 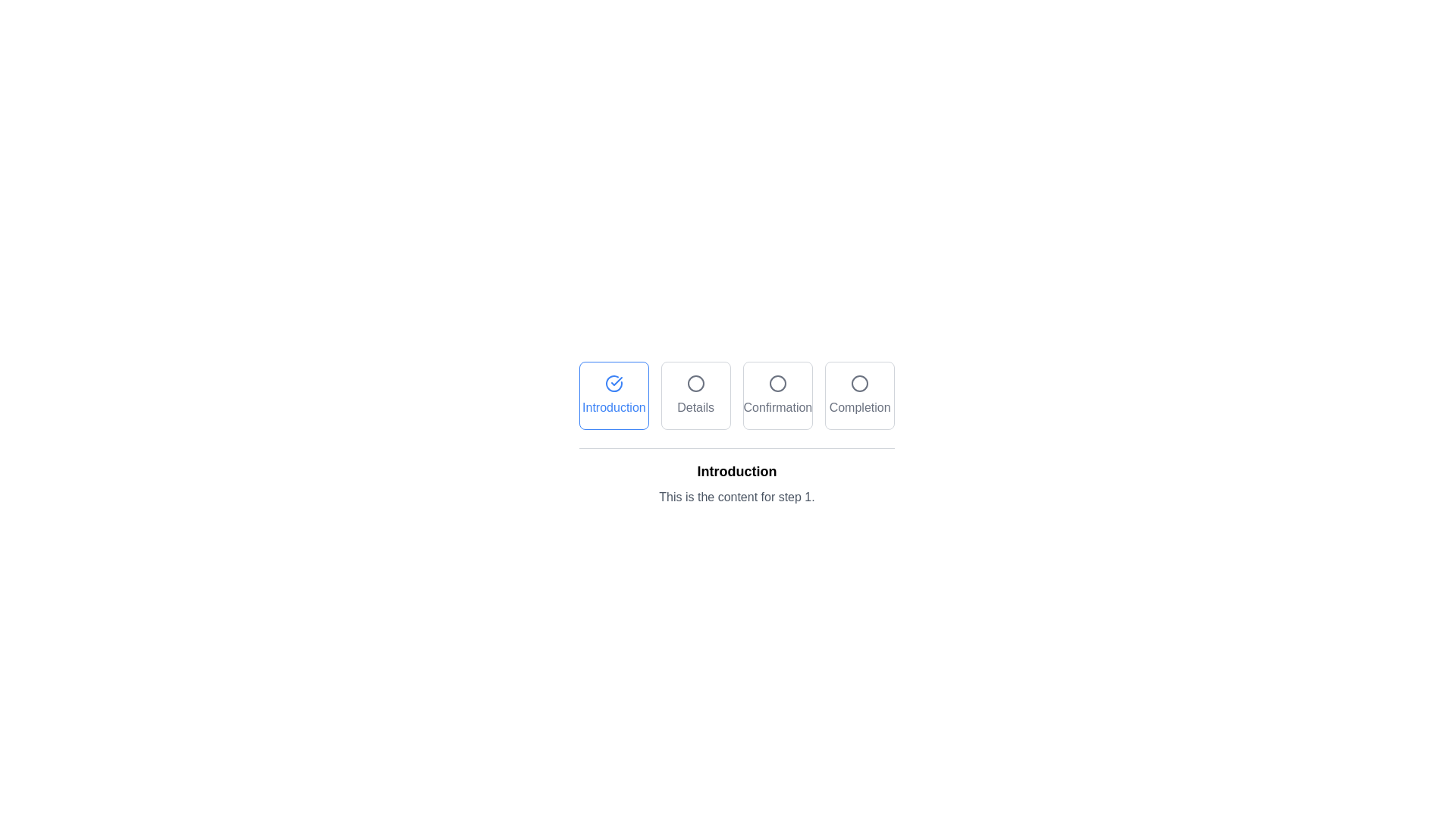 I want to click on the 'Details' button, which is the second button in a row of four, to activate hover effects, so click(x=695, y=394).